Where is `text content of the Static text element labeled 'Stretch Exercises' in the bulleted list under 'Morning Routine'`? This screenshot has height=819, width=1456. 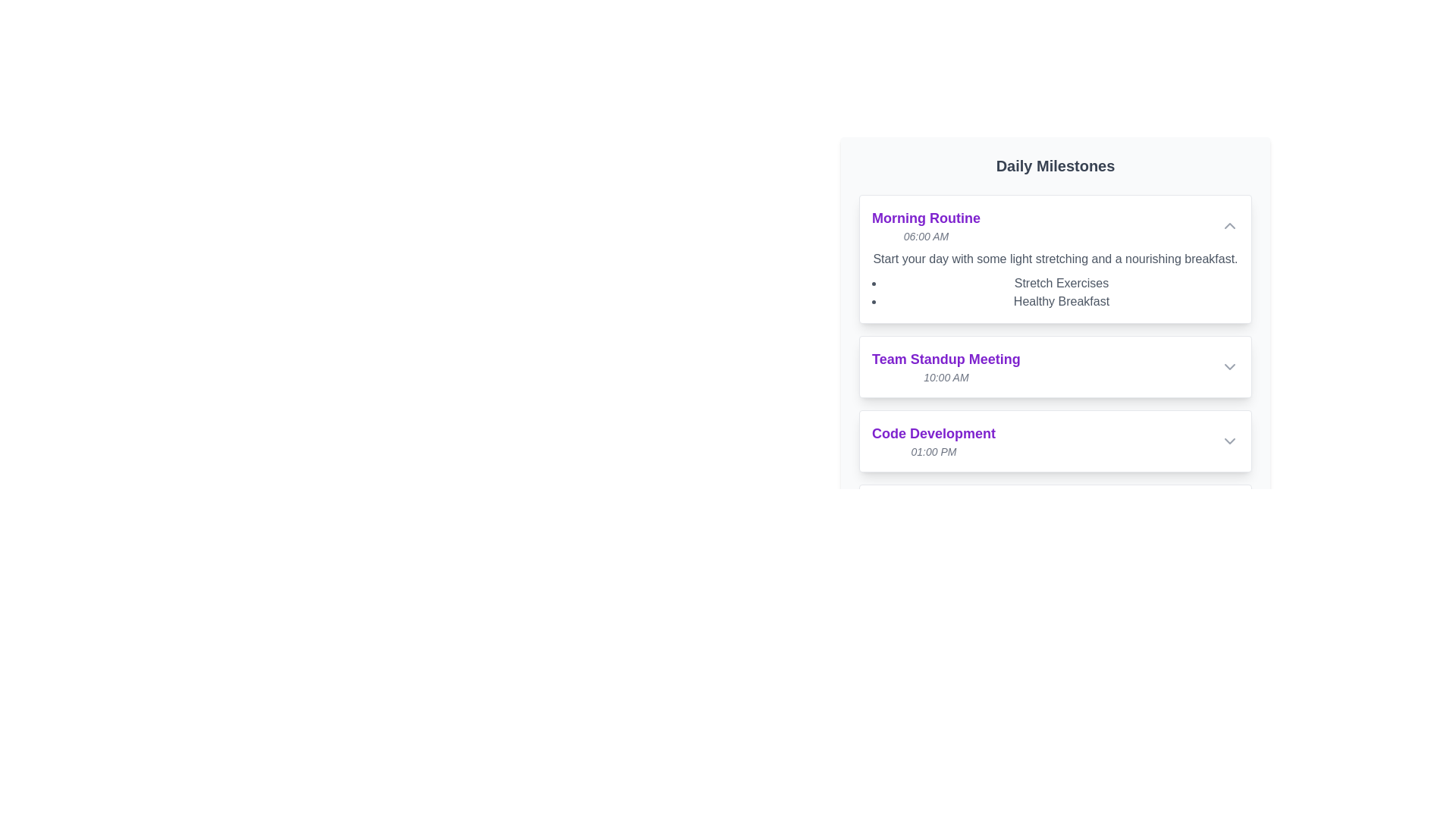
text content of the Static text element labeled 'Stretch Exercises' in the bulleted list under 'Morning Routine' is located at coordinates (1061, 284).